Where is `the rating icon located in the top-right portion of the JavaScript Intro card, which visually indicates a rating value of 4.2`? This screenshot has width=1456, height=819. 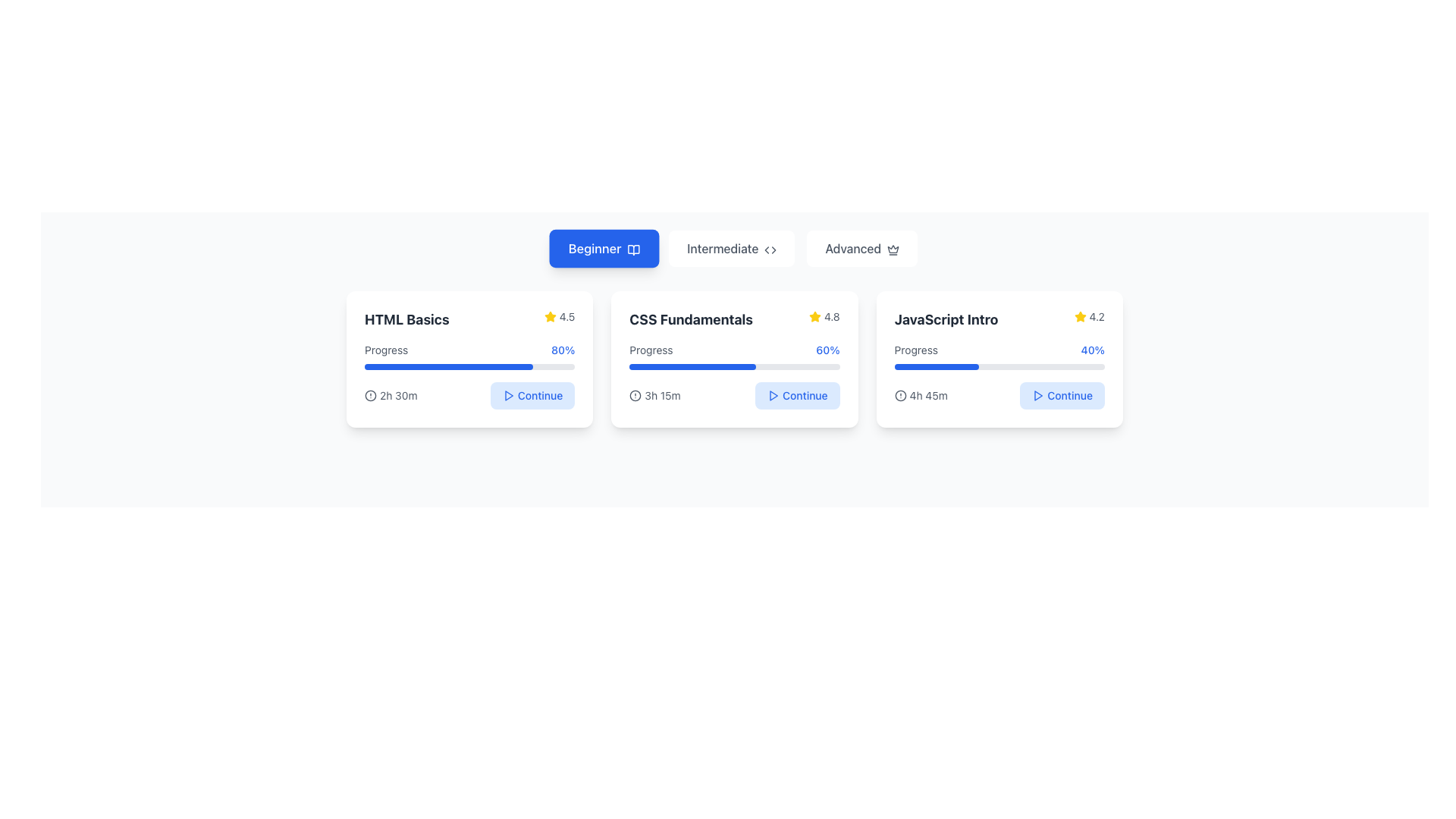
the rating icon located in the top-right portion of the JavaScript Intro card, which visually indicates a rating value of 4.2 is located at coordinates (1079, 315).